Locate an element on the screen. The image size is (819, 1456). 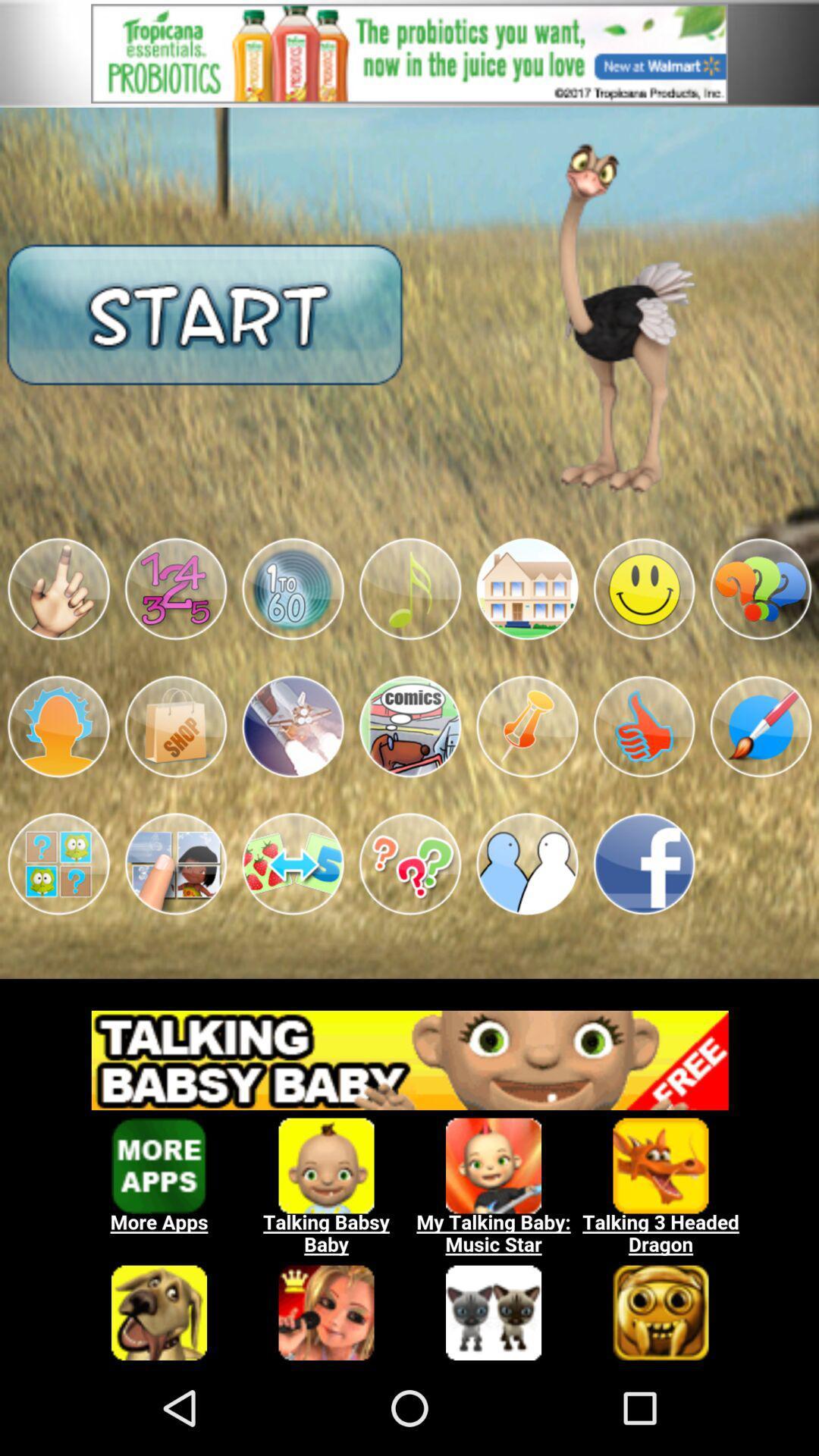
music button is located at coordinates (409, 588).